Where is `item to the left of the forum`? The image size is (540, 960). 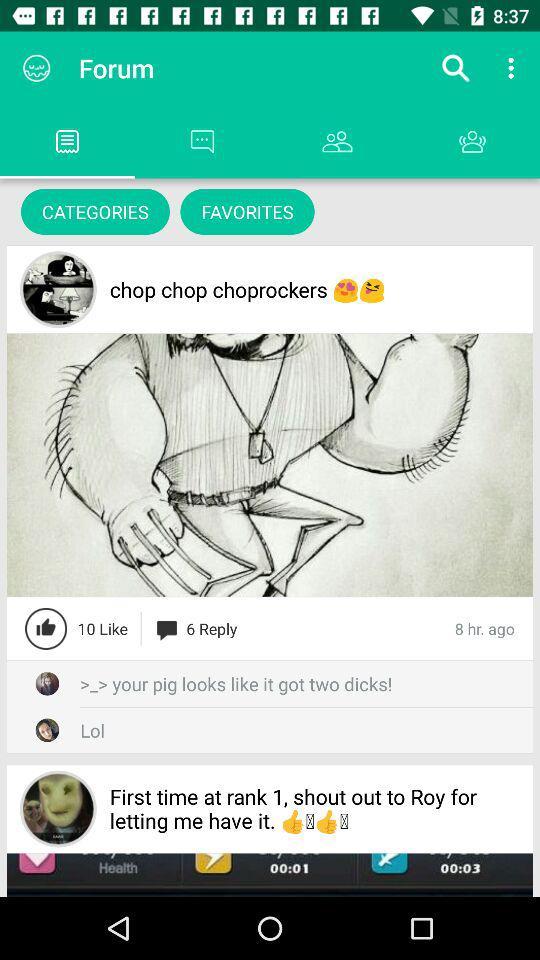 item to the left of the forum is located at coordinates (36, 68).